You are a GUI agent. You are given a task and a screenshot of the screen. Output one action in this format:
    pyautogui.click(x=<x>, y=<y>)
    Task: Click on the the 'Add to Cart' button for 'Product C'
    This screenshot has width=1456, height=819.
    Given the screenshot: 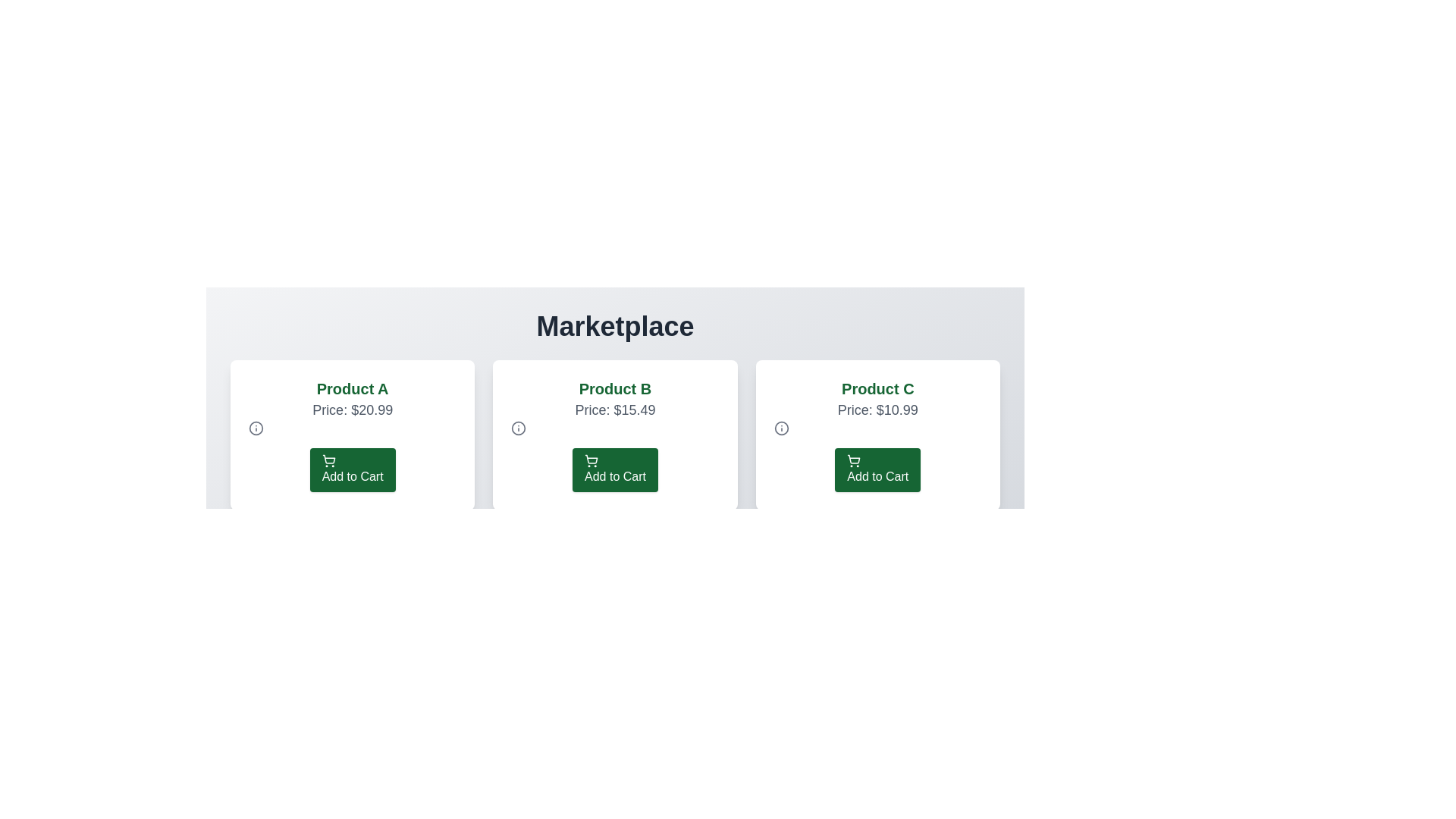 What is the action you would take?
    pyautogui.click(x=877, y=469)
    